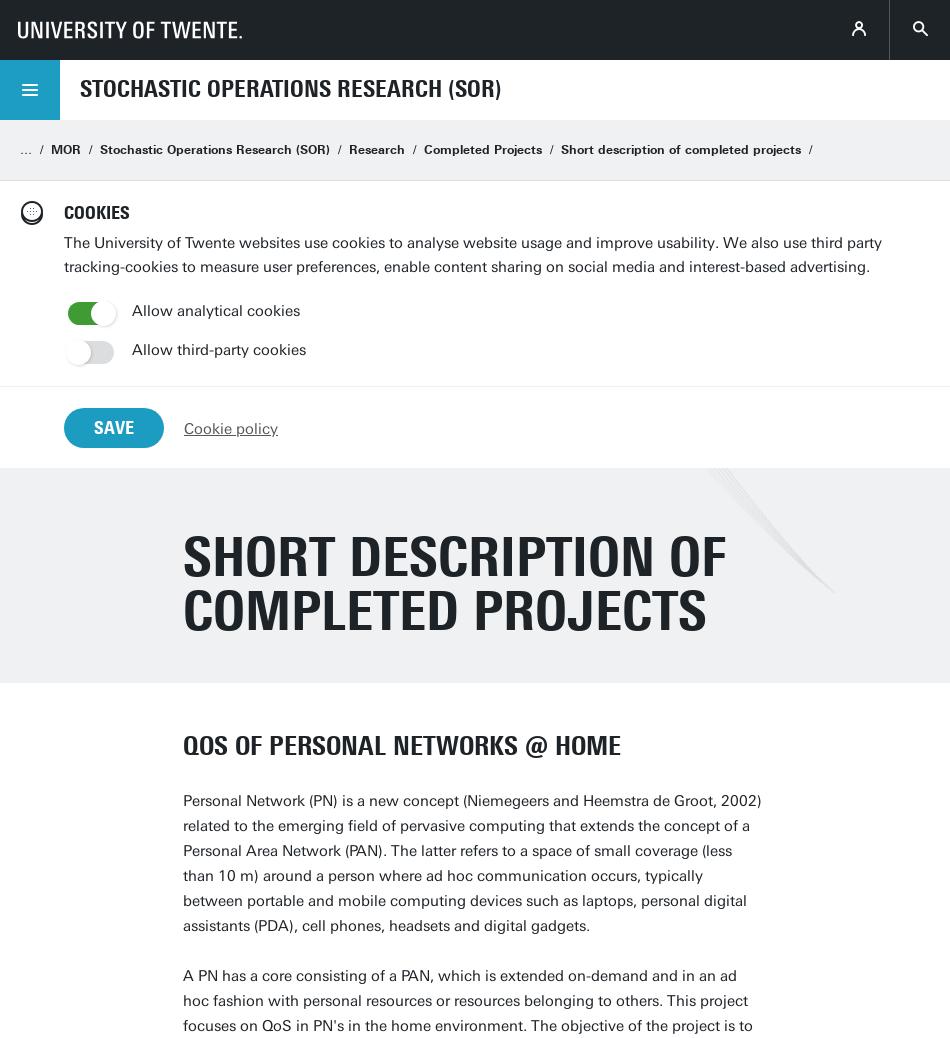  I want to click on 'Completed Projects', so click(482, 148).